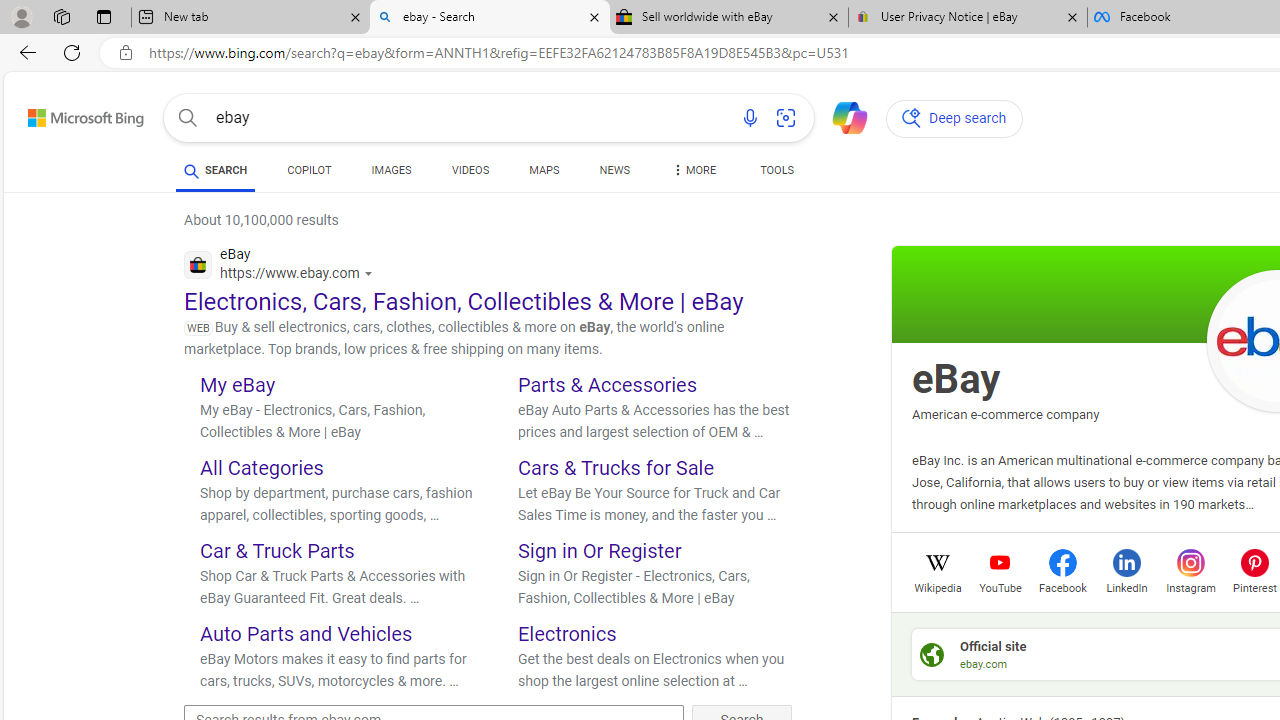  Describe the element at coordinates (490, 17) in the screenshot. I see `'ebay - Search'` at that location.